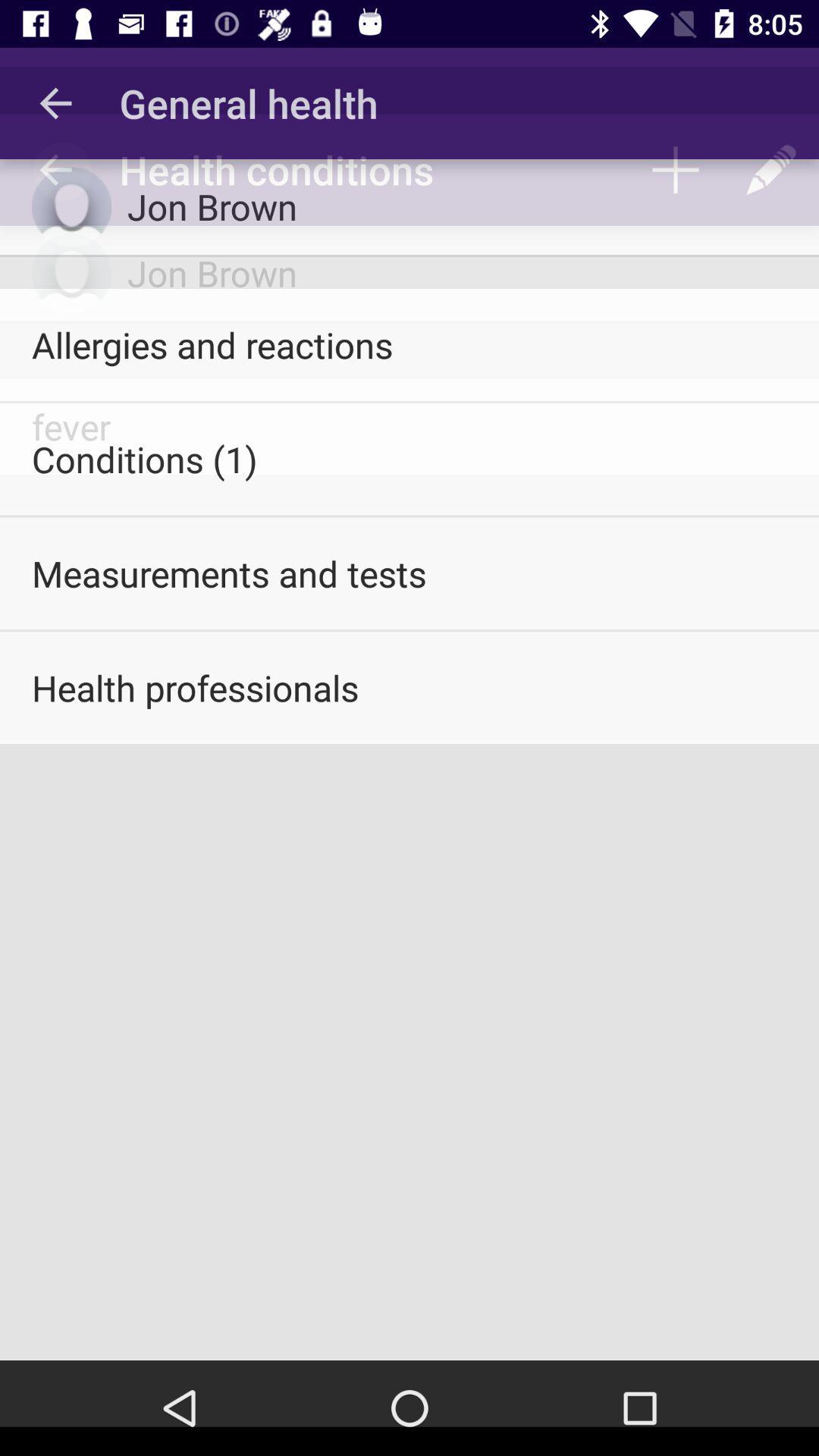  Describe the element at coordinates (409, 687) in the screenshot. I see `the health professionals  item` at that location.